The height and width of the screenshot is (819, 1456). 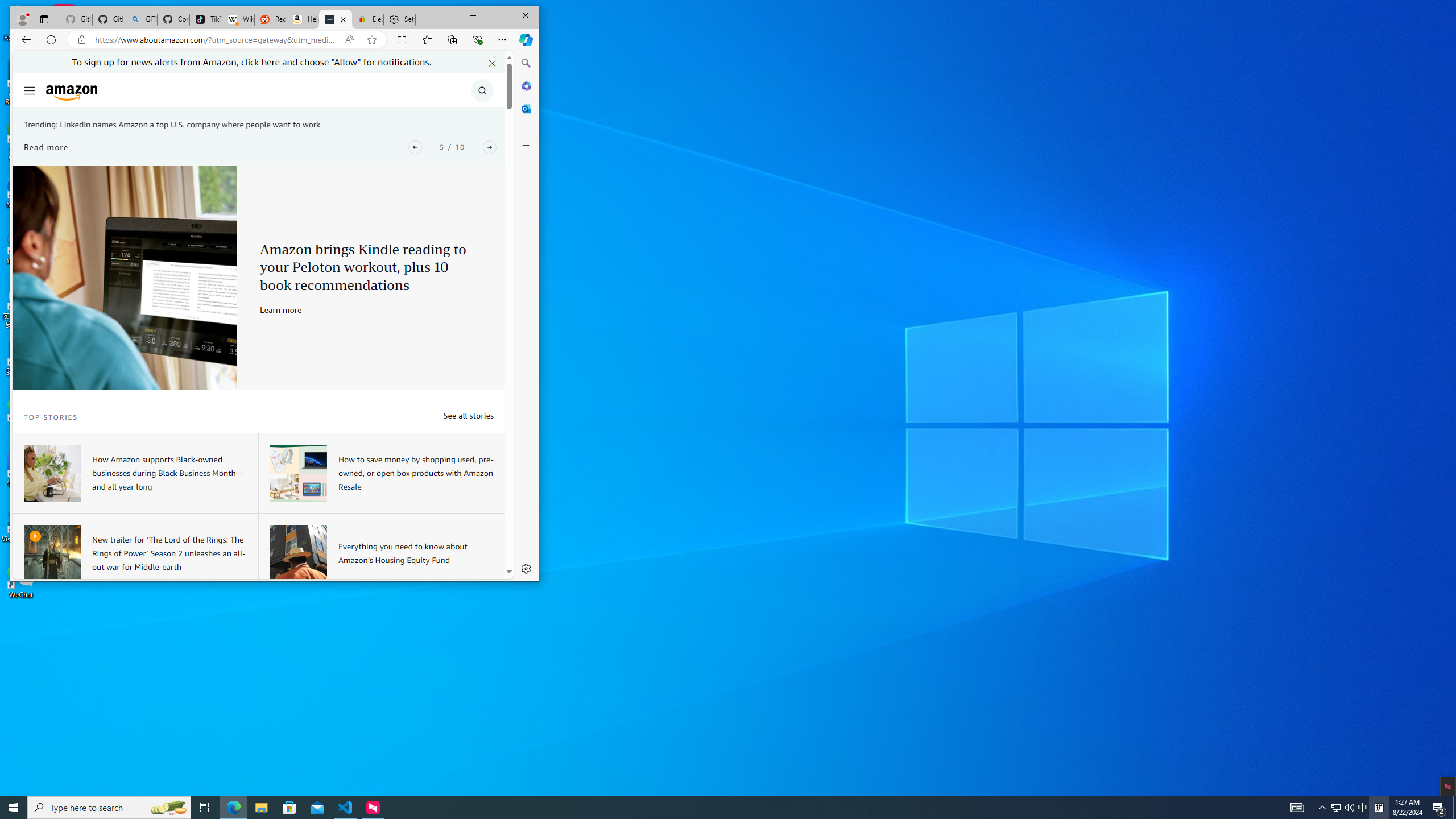 What do you see at coordinates (1296, 806) in the screenshot?
I see `'AutomationID: 4105'` at bounding box center [1296, 806].